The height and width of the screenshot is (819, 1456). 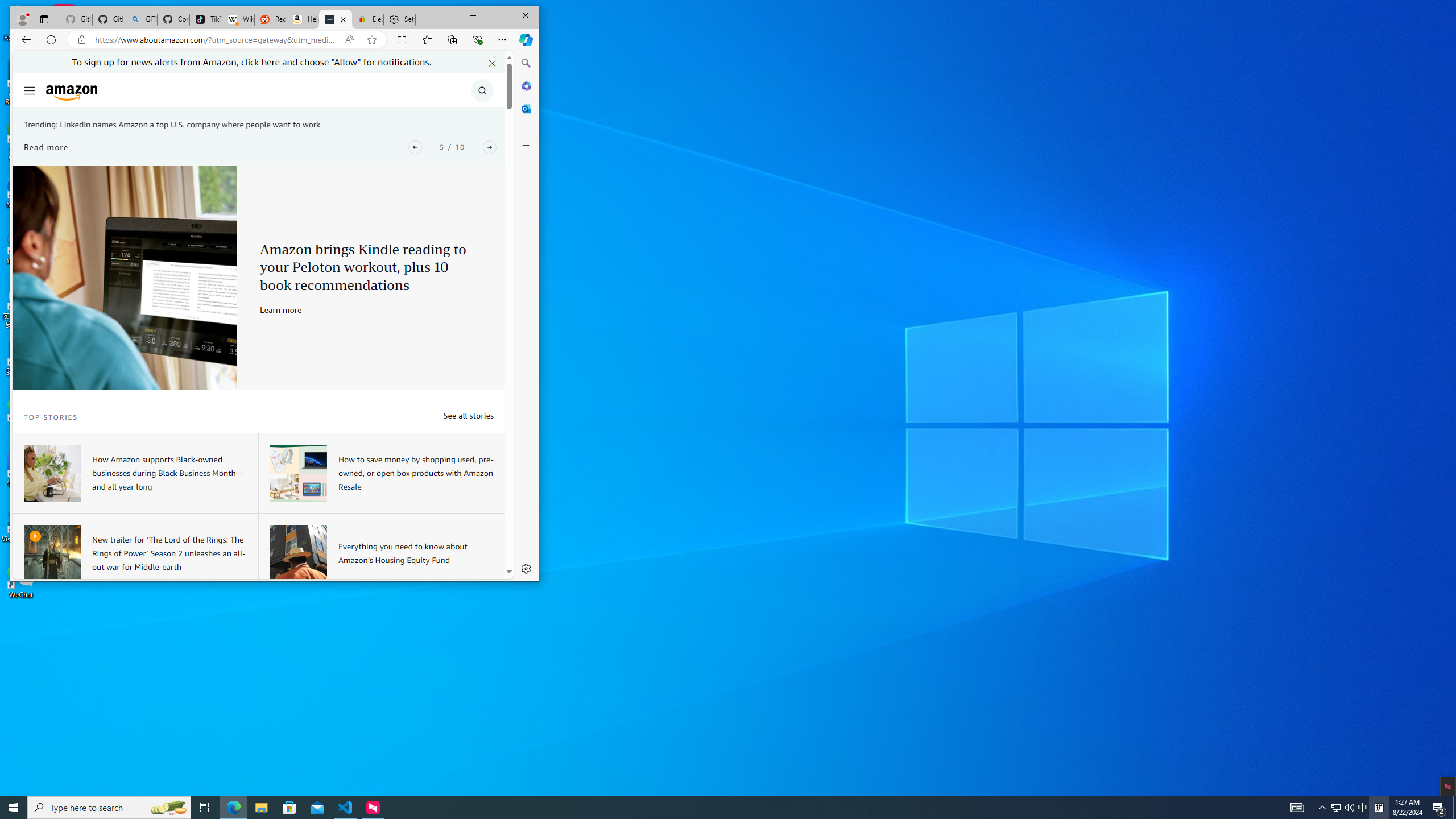 What do you see at coordinates (1296, 806) in the screenshot?
I see `'AutomationID: 4105'` at bounding box center [1296, 806].